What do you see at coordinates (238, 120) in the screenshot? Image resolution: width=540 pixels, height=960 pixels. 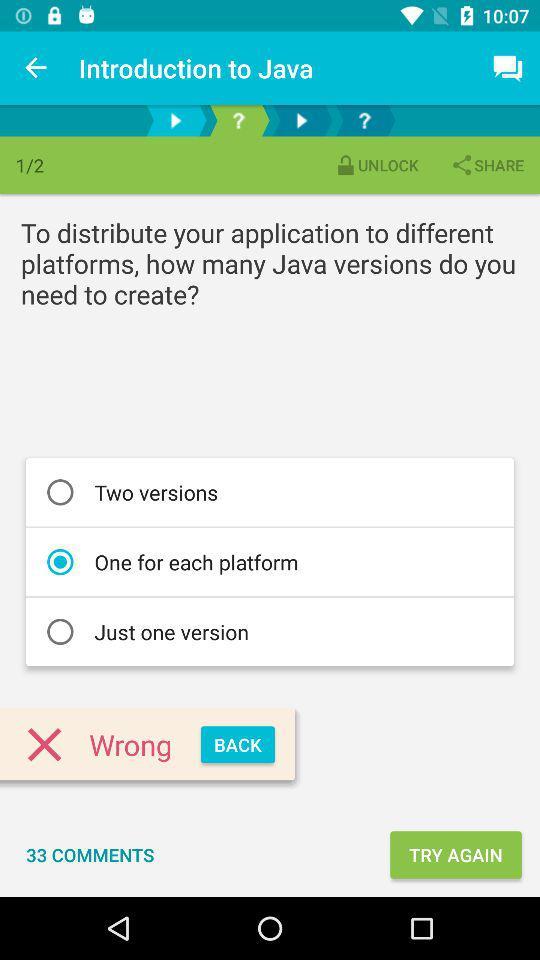 I see `see why the answer is wrong` at bounding box center [238, 120].